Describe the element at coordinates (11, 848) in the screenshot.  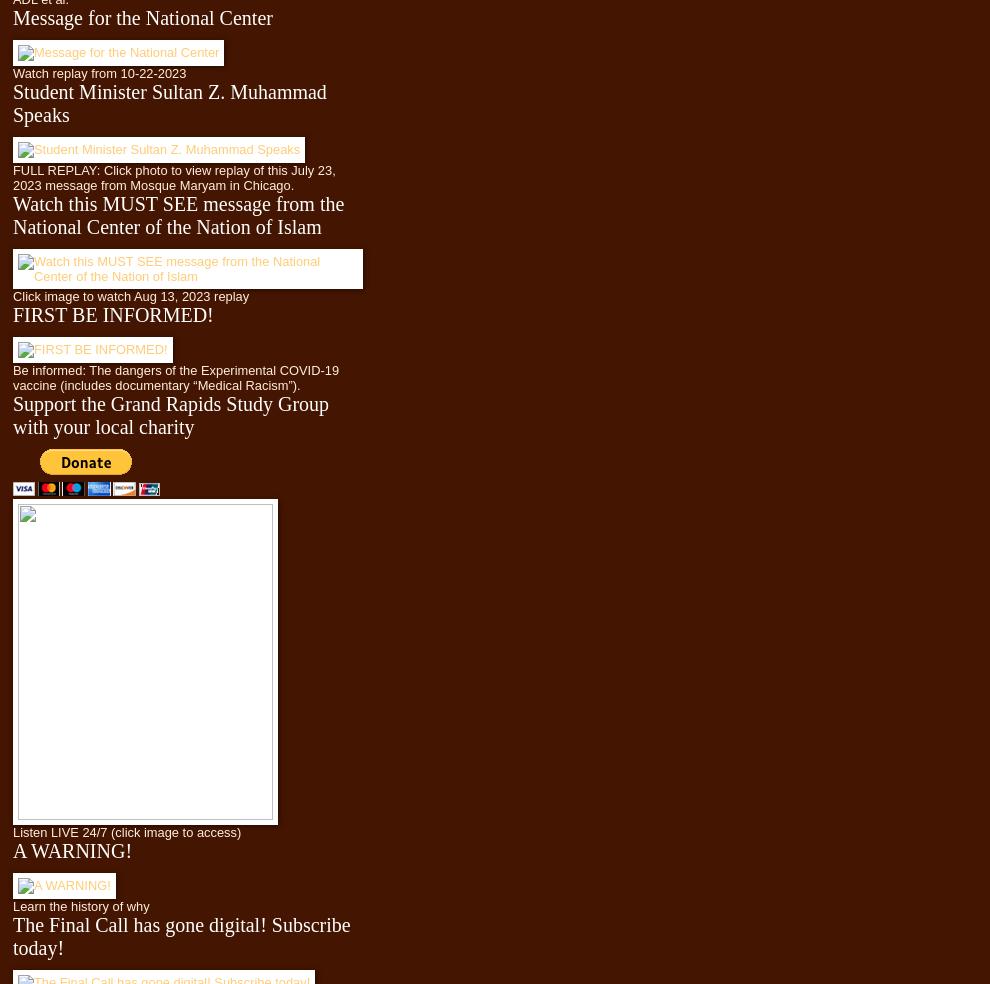
I see `'A WARNING!'` at that location.